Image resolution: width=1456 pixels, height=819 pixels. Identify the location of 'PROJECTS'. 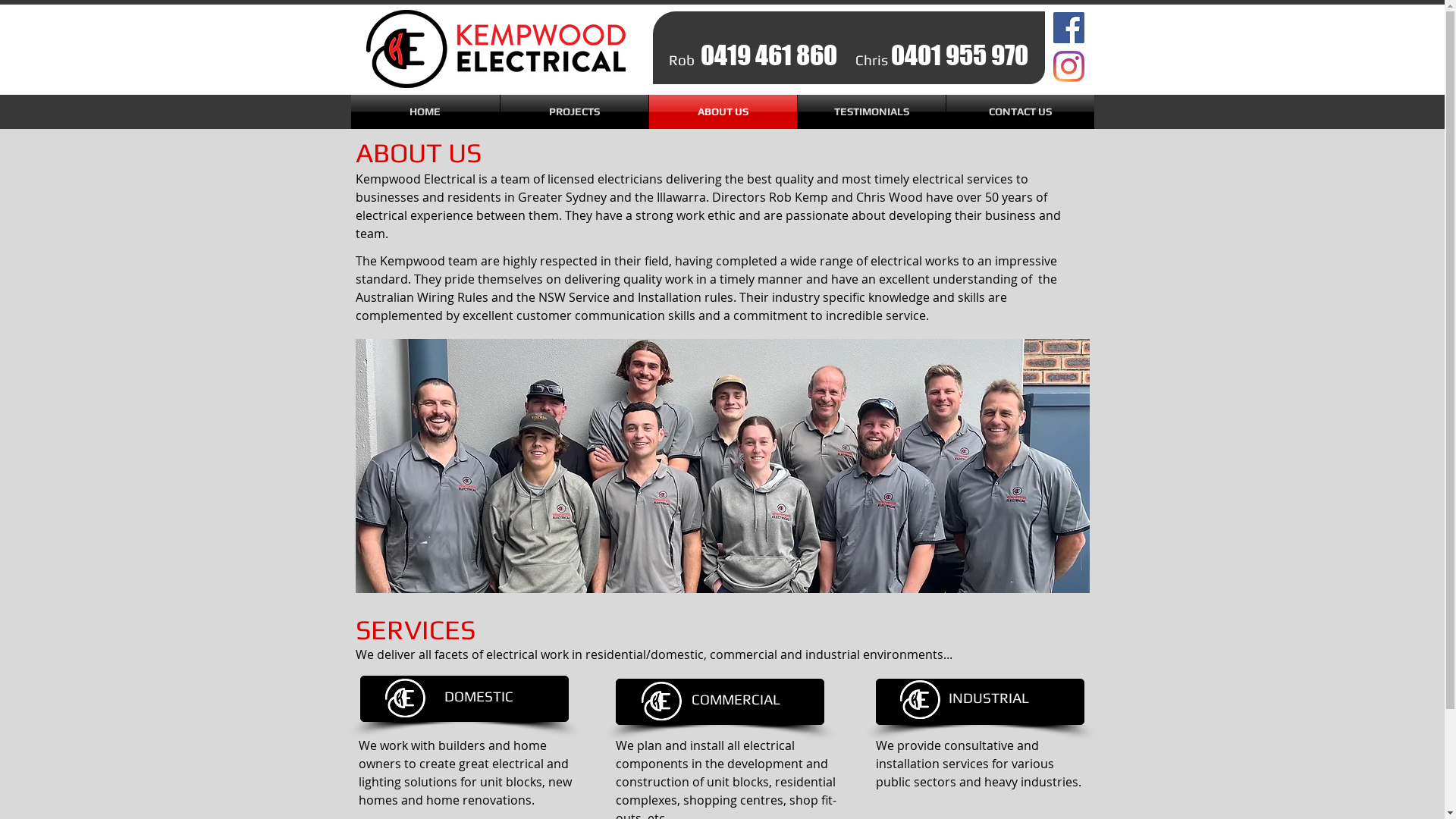
(573, 111).